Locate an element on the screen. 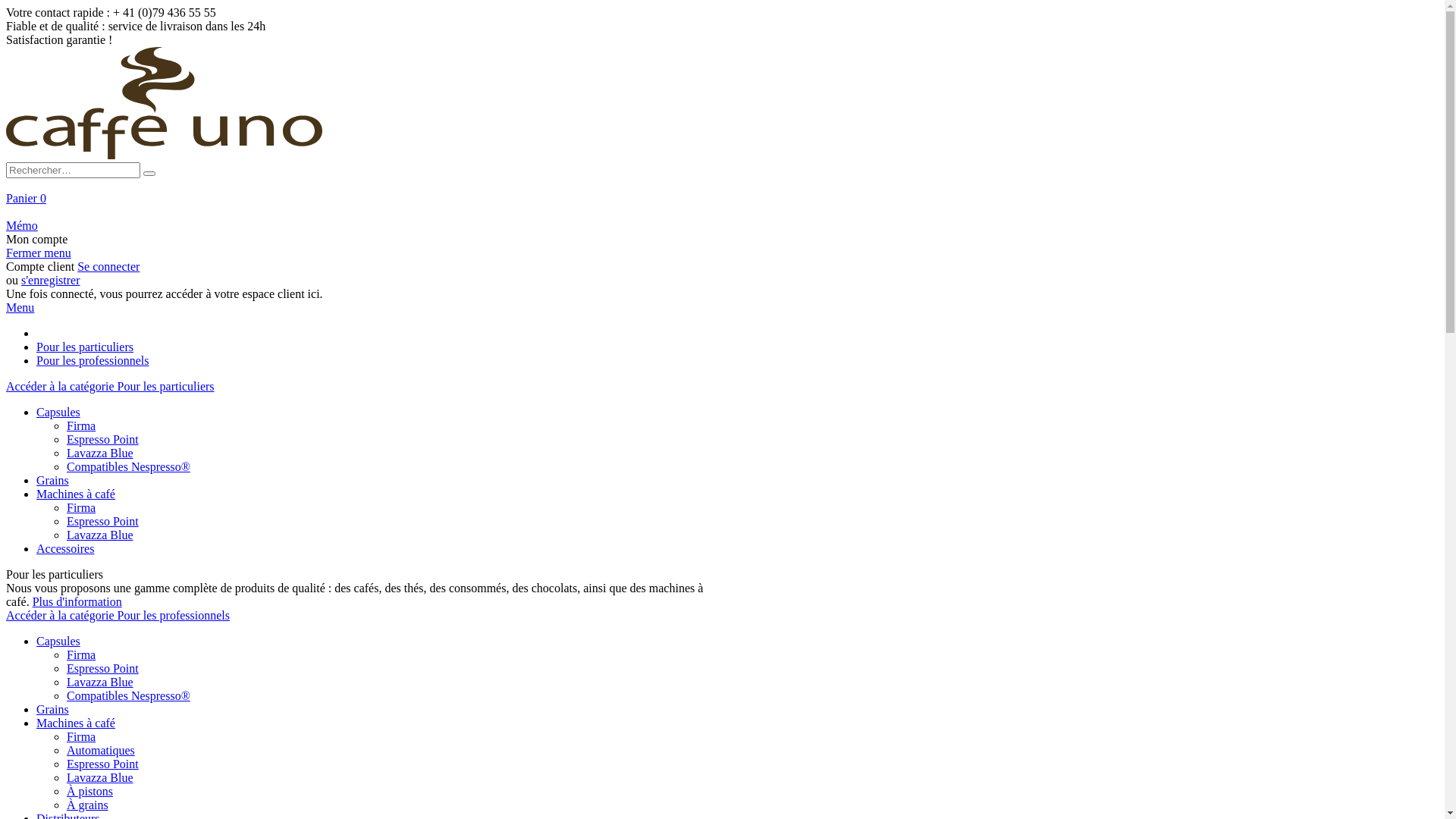  'Lavazza Blue' is located at coordinates (99, 777).